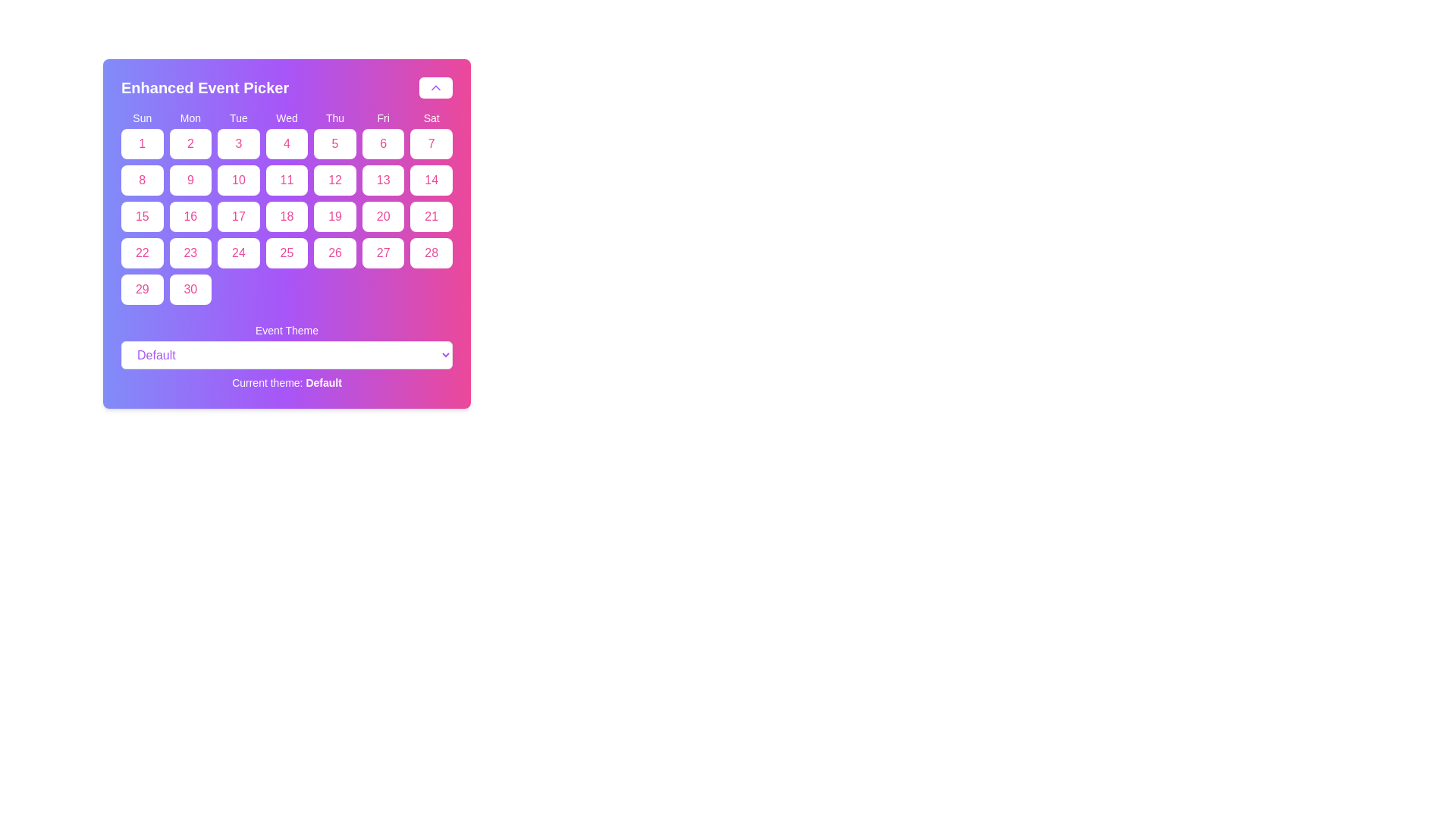  Describe the element at coordinates (431, 117) in the screenshot. I see `the 'Sat' label, which is the last item in the row of day labels, styled with white text on a vibrant gradient background` at that location.